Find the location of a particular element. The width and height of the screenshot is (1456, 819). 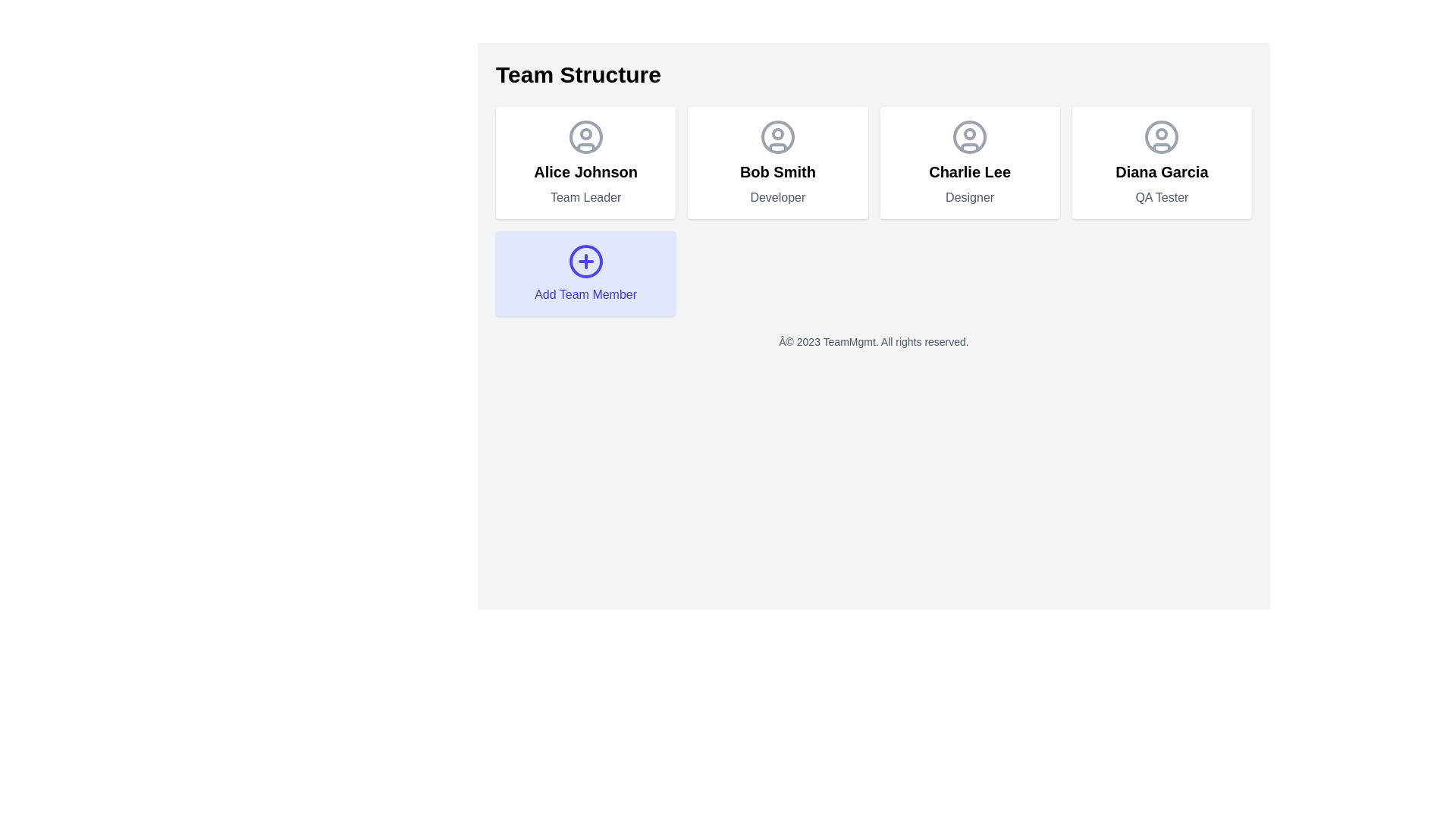

the decorative SVG Circle representing the status indicator within the 'Charlie Lee' user profile icon in the 'Team Structure' interface is located at coordinates (969, 133).